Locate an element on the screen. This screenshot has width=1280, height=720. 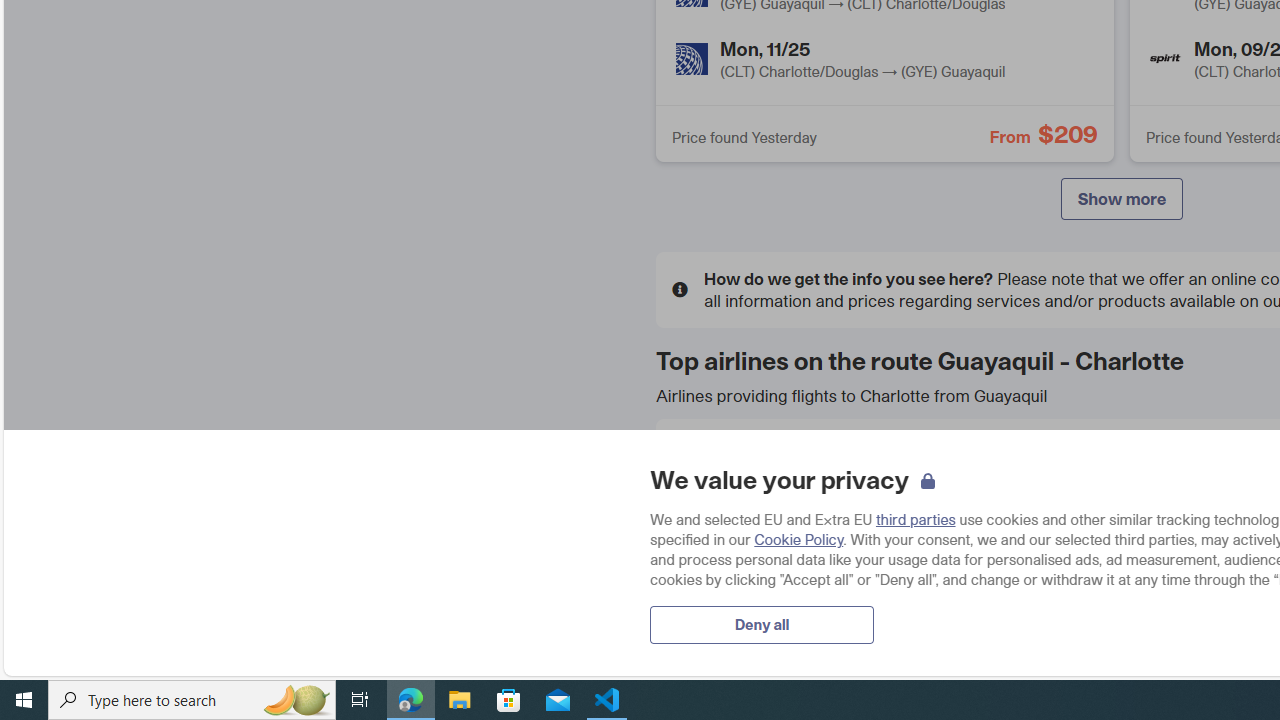
'Show more' is located at coordinates (1121, 199).